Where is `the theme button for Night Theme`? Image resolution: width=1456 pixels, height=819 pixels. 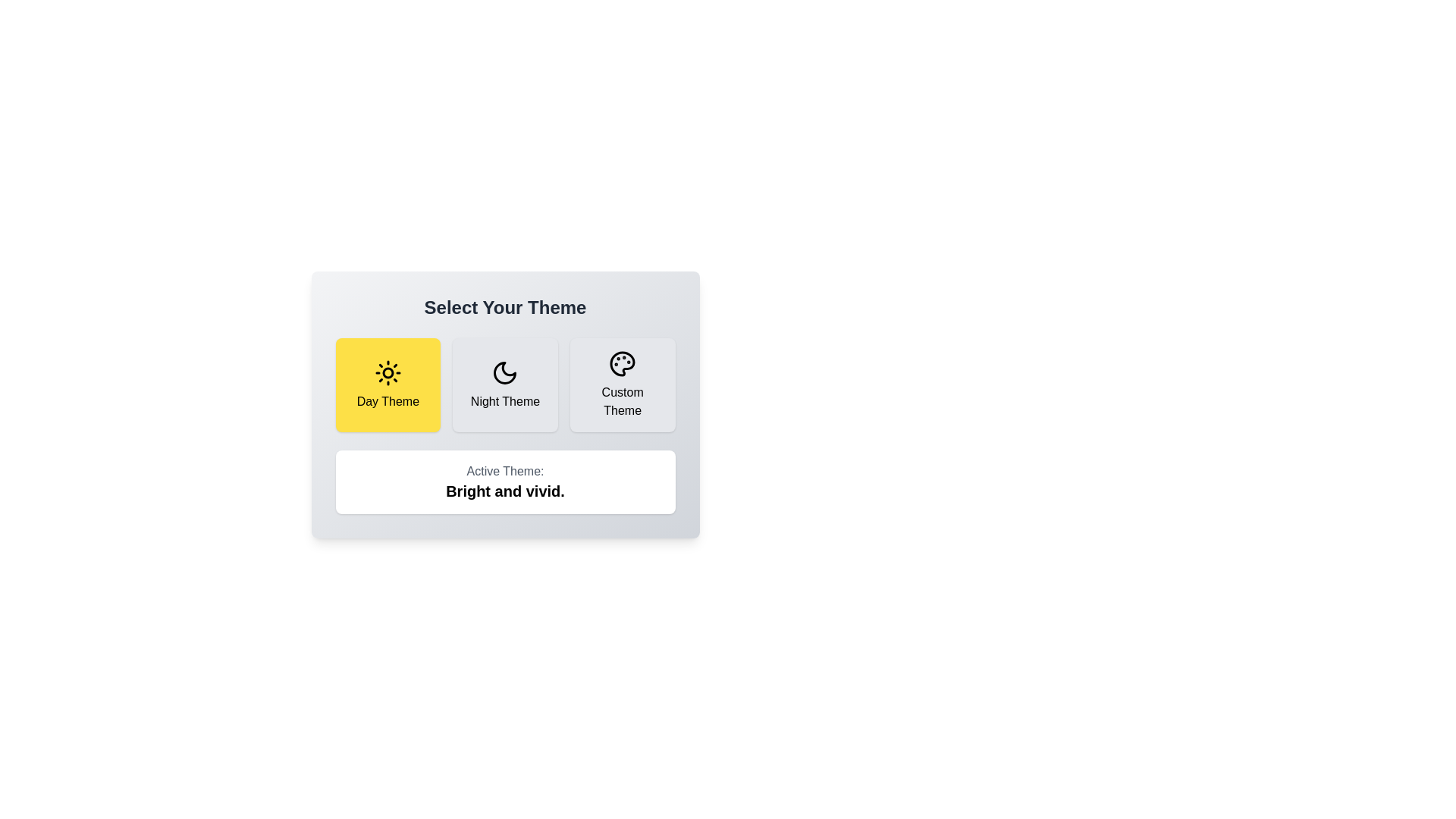
the theme button for Night Theme is located at coordinates (505, 384).